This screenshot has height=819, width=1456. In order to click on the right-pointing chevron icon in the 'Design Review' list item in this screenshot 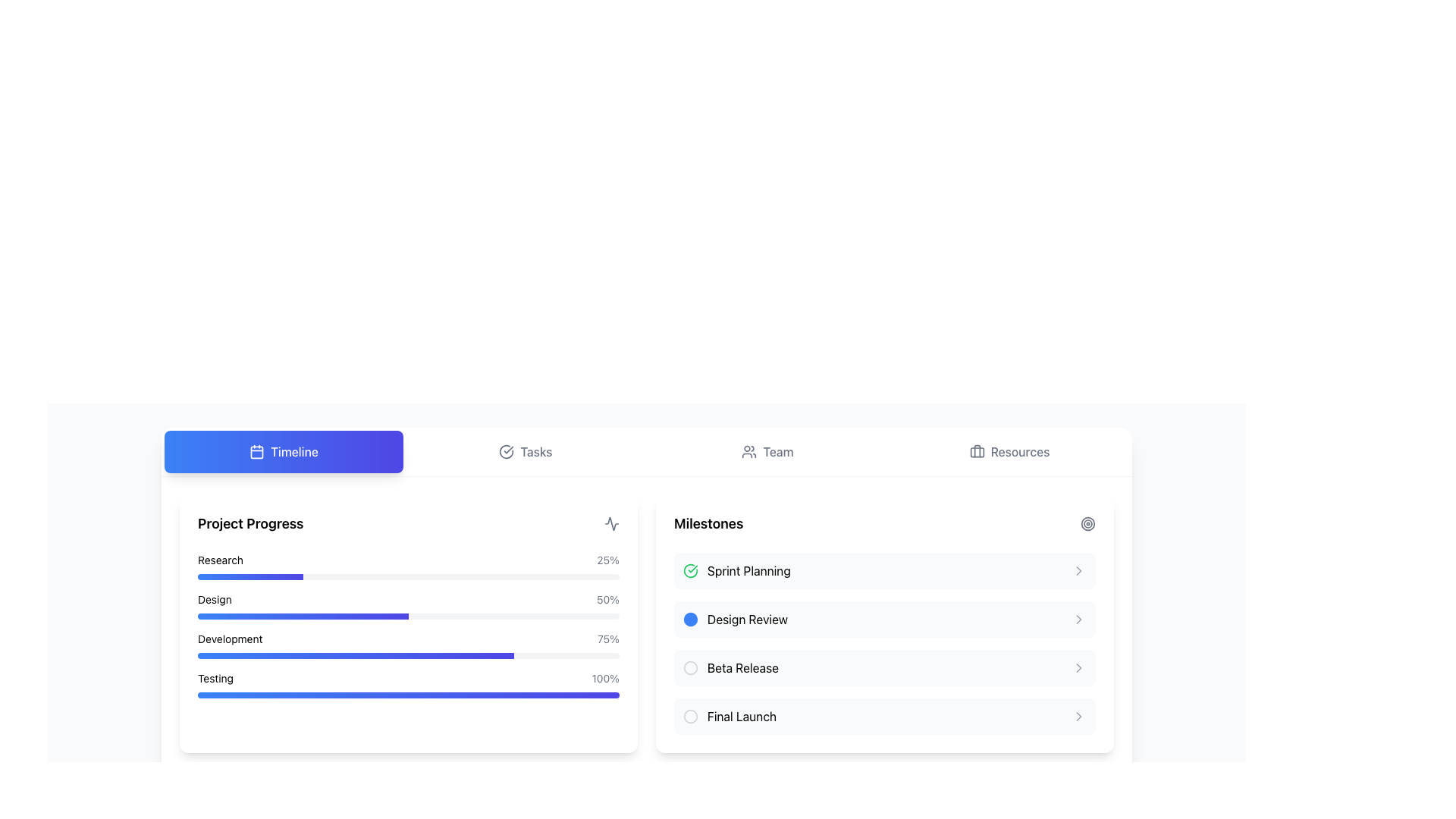, I will do `click(1078, 620)`.